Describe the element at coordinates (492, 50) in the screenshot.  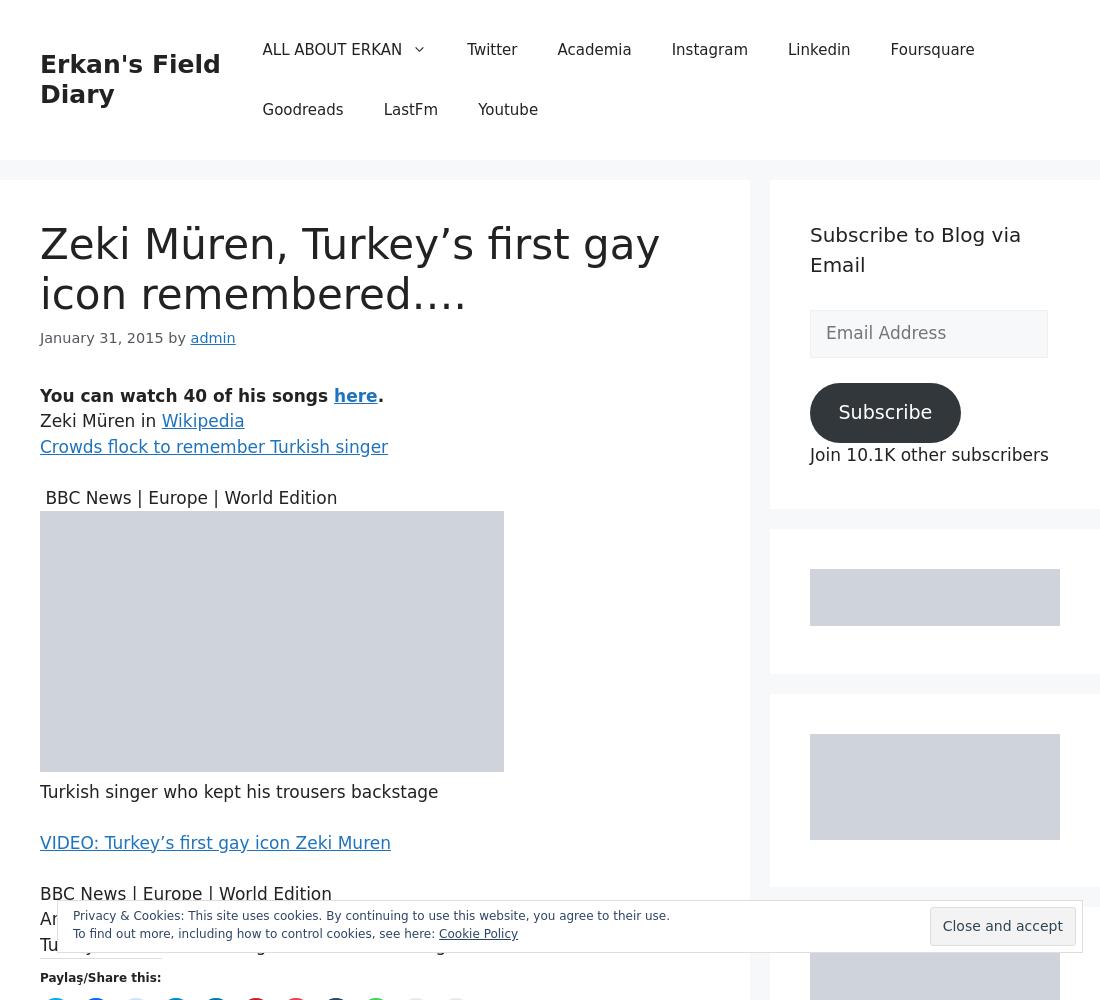
I see `'Twitter'` at that location.